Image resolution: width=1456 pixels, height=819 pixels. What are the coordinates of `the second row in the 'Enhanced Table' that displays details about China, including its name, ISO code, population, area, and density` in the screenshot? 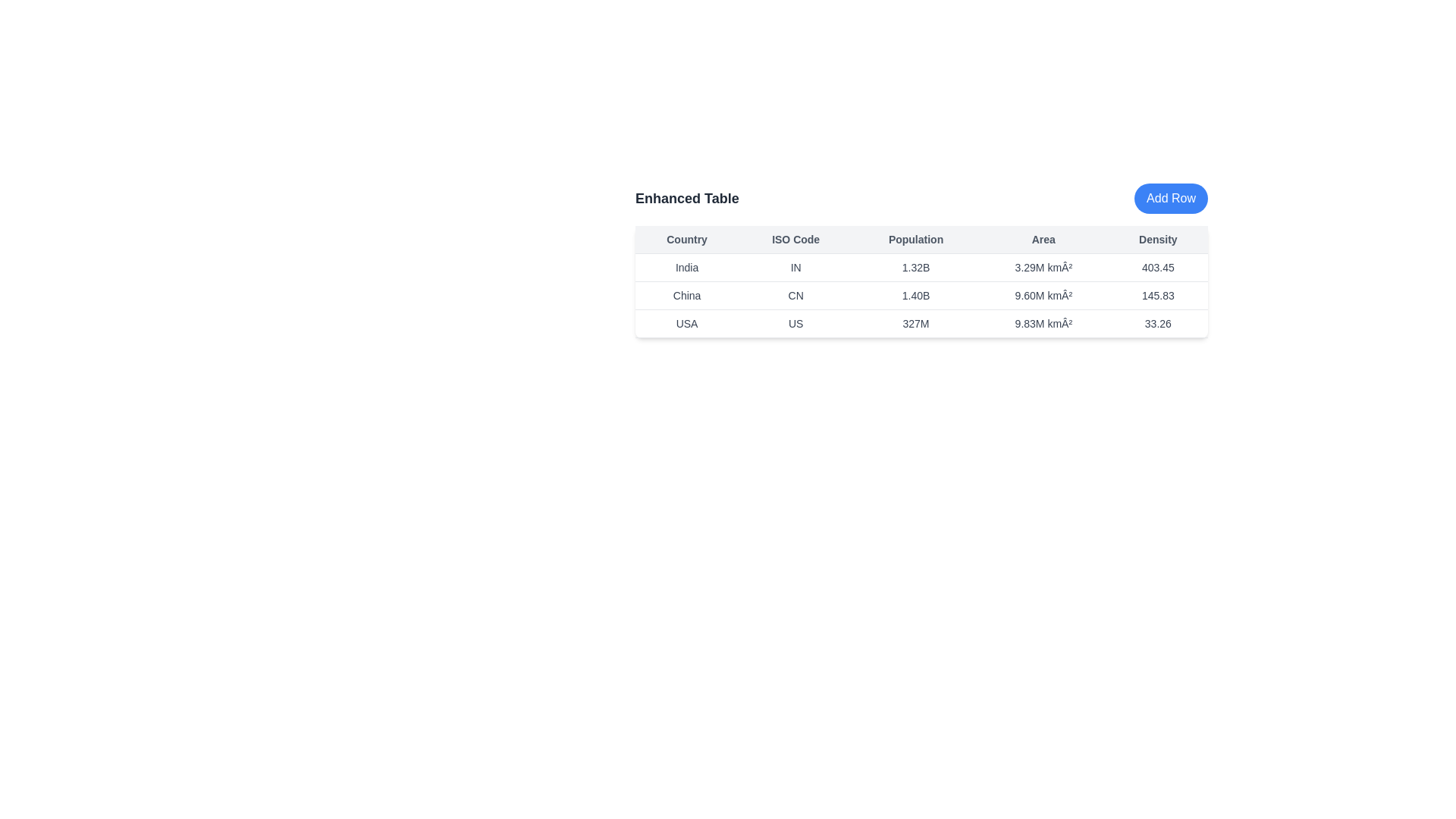 It's located at (921, 295).